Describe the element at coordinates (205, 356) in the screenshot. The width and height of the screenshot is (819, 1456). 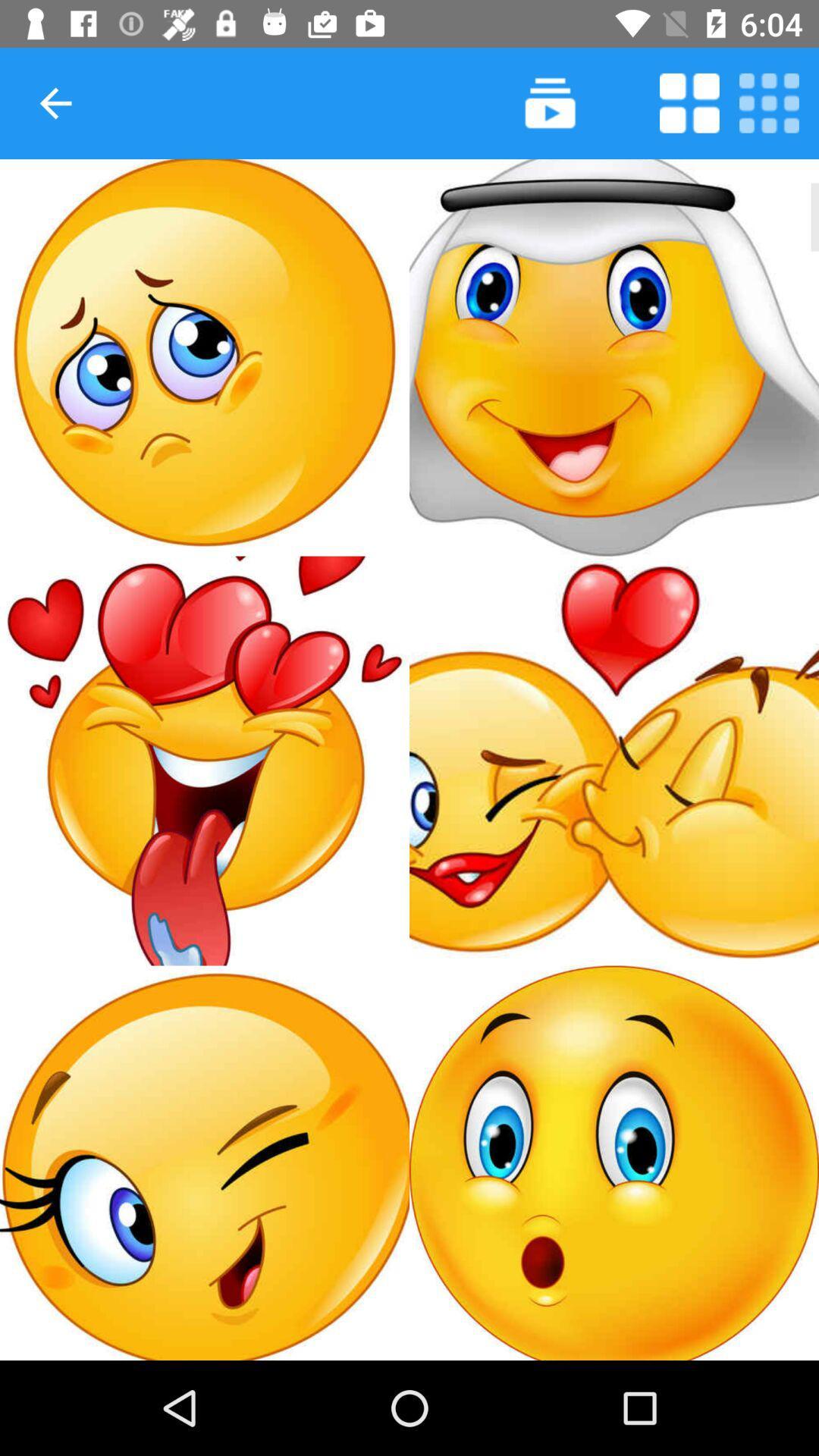
I see `sad emoji` at that location.